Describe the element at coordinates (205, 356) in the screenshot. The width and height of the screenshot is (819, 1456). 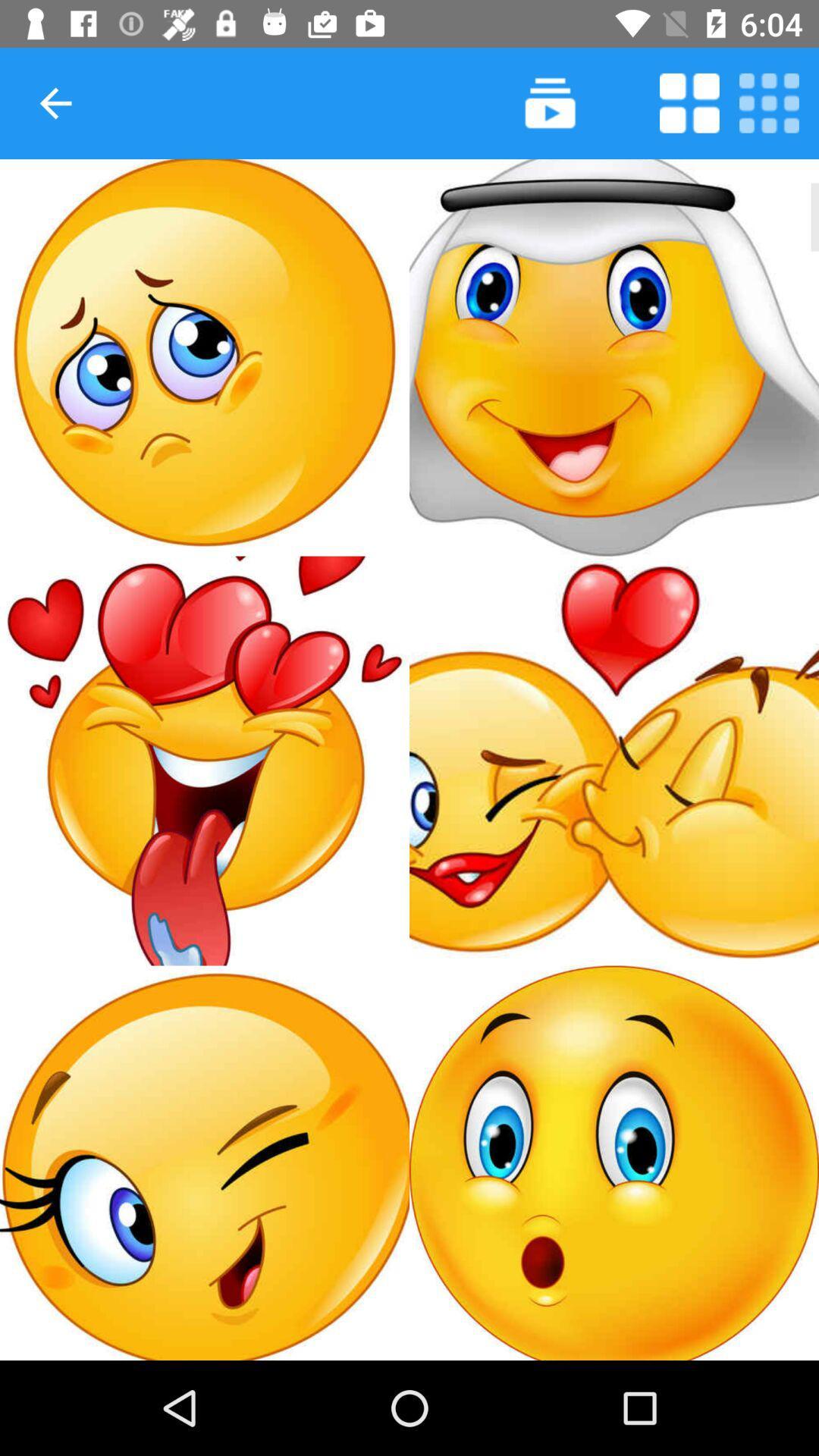
I see `sad emoji` at that location.